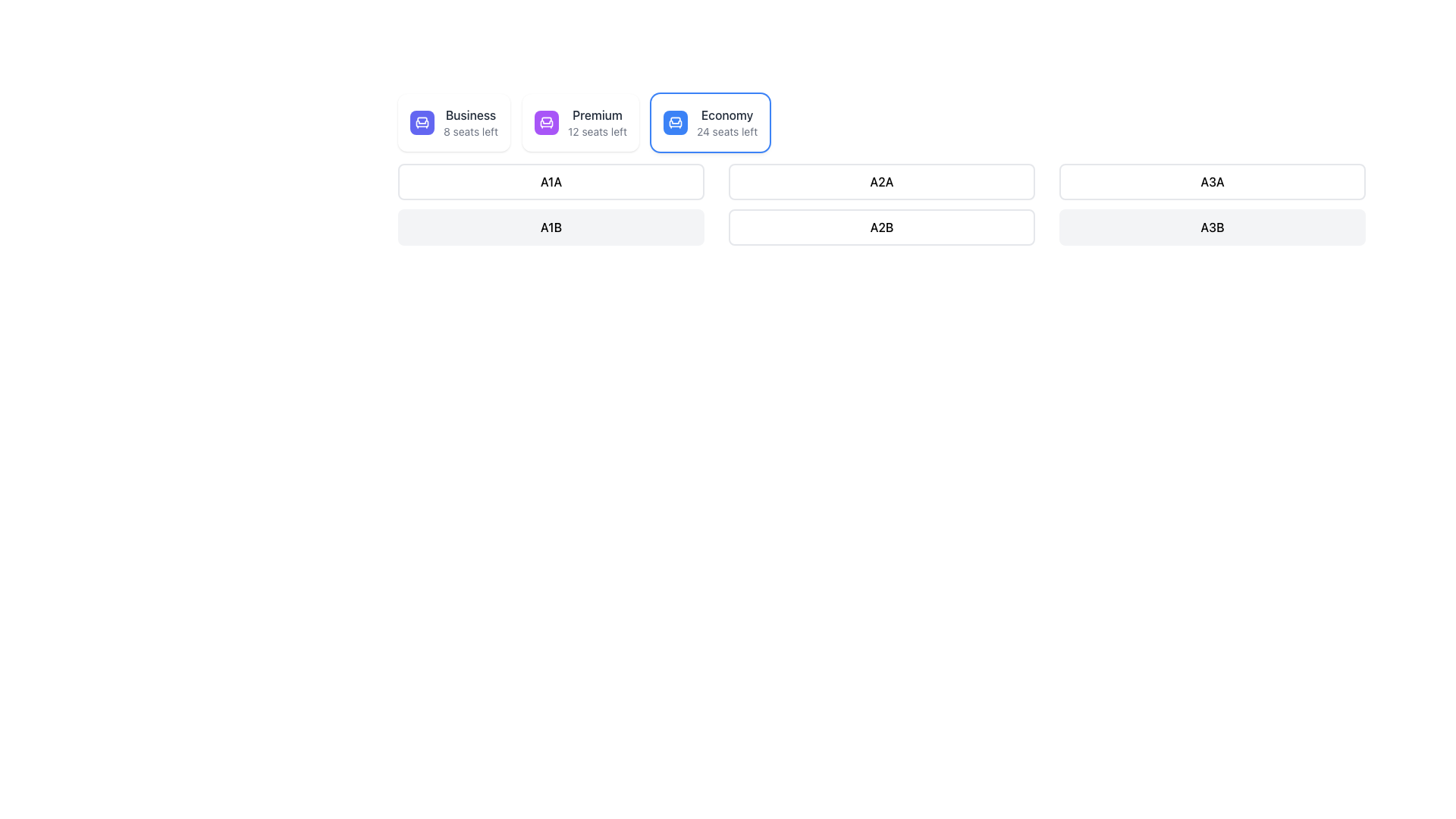 This screenshot has height=819, width=1456. I want to click on the static text label displaying '8 seats left', which is located directly beneath the 'Business' label in the first column of the interface, so click(469, 130).